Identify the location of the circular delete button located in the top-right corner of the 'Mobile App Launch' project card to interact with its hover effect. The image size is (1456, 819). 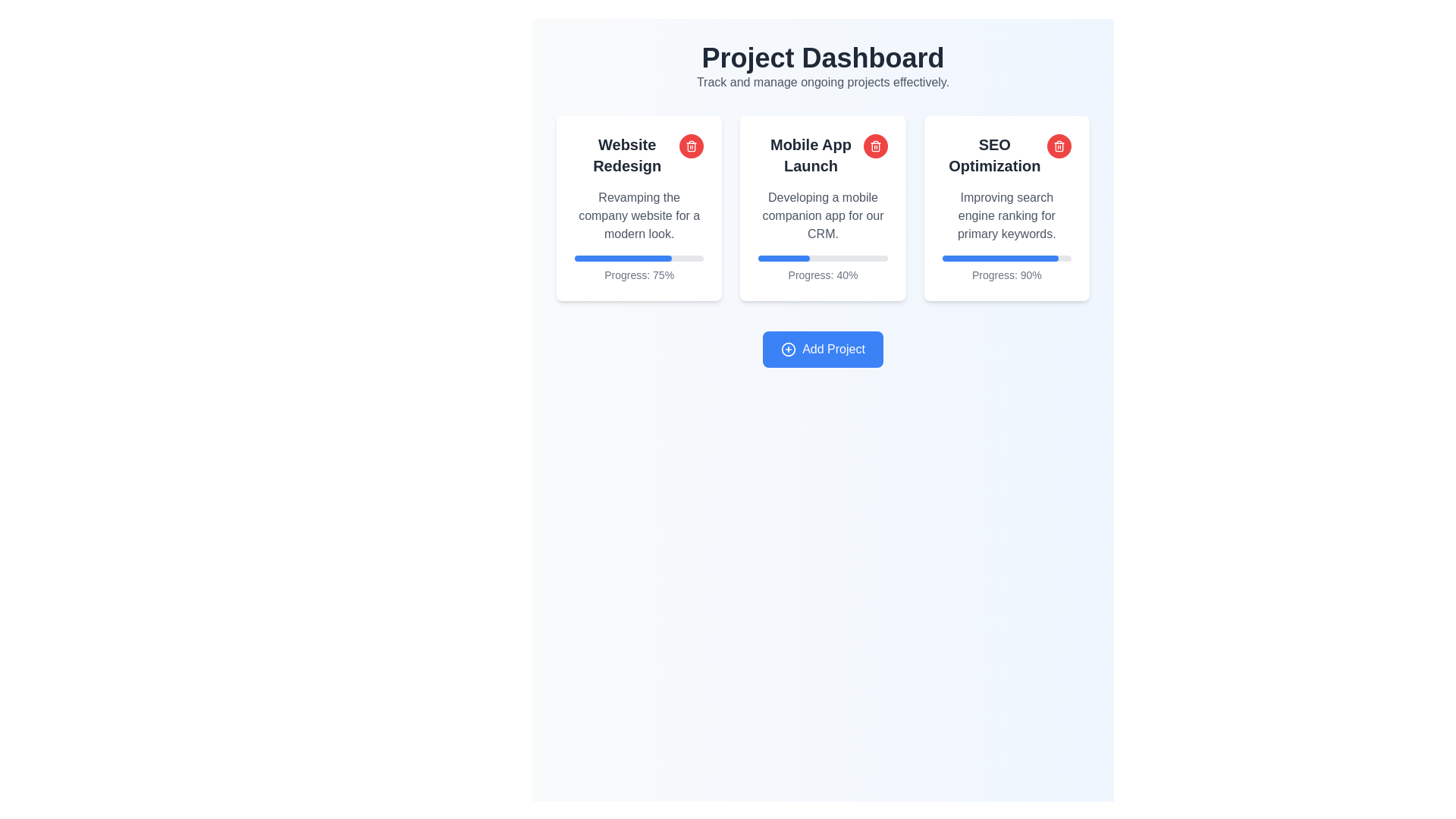
(875, 146).